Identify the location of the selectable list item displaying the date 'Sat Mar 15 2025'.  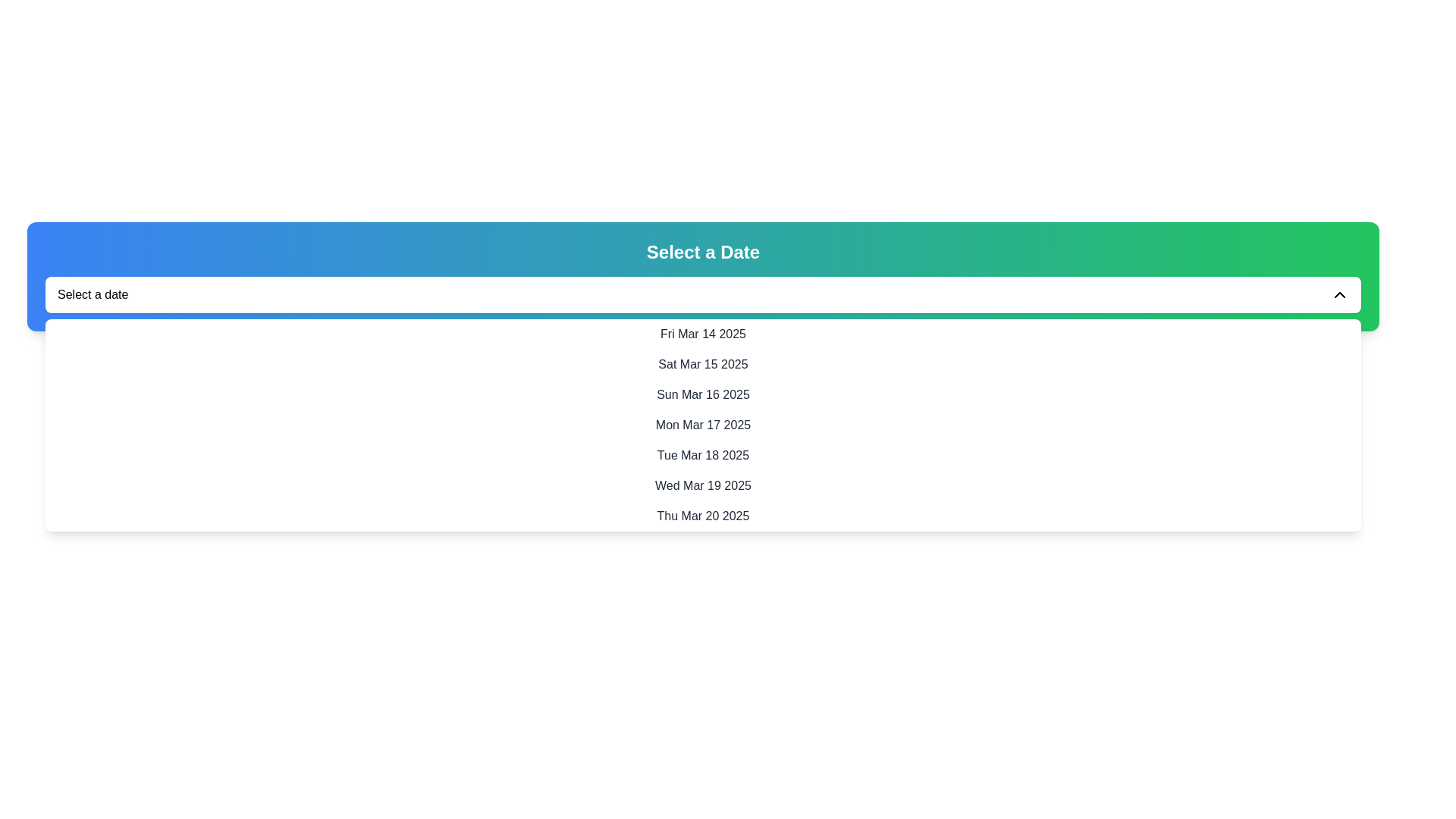
(702, 365).